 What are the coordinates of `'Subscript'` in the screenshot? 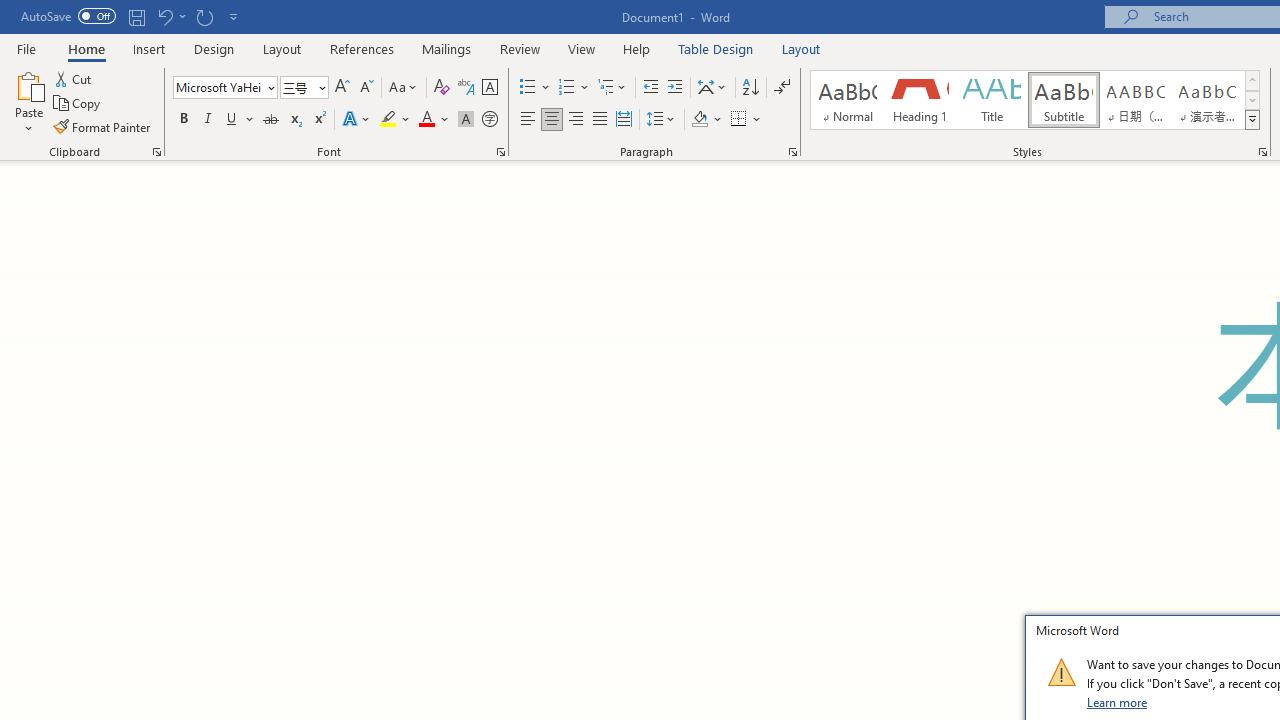 It's located at (294, 119).